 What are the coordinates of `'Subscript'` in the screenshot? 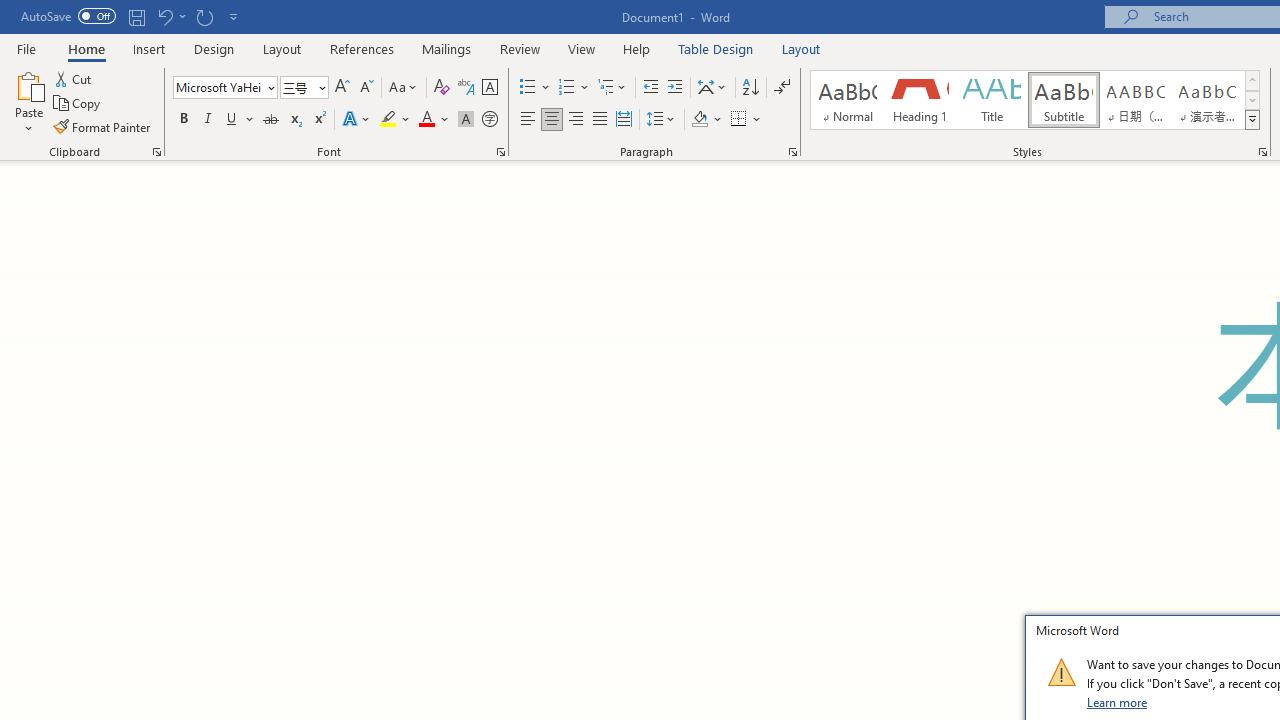 It's located at (294, 119).